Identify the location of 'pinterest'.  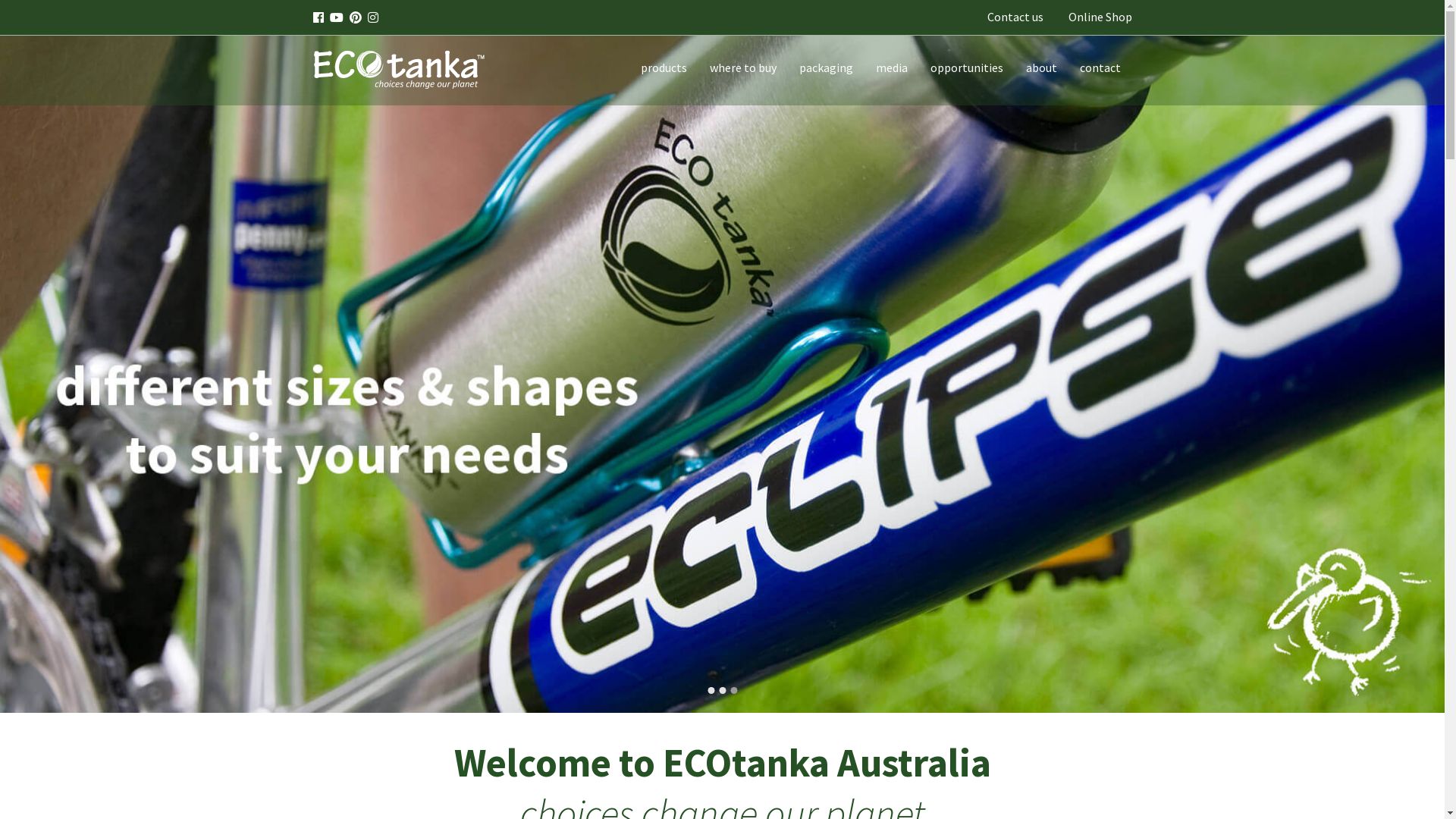
(354, 17).